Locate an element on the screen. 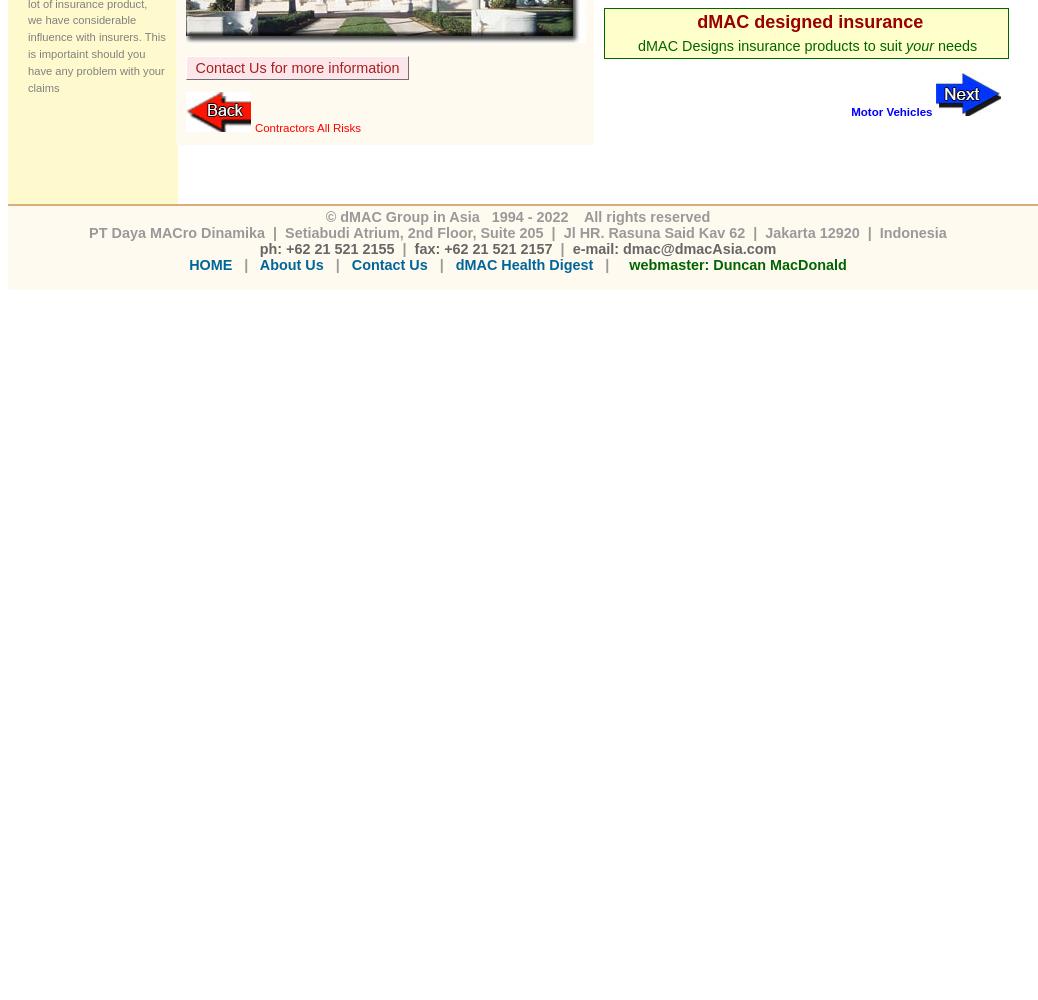  'Setiabudi Atrium, 2nd Floor, Suite 205' is located at coordinates (413, 231).